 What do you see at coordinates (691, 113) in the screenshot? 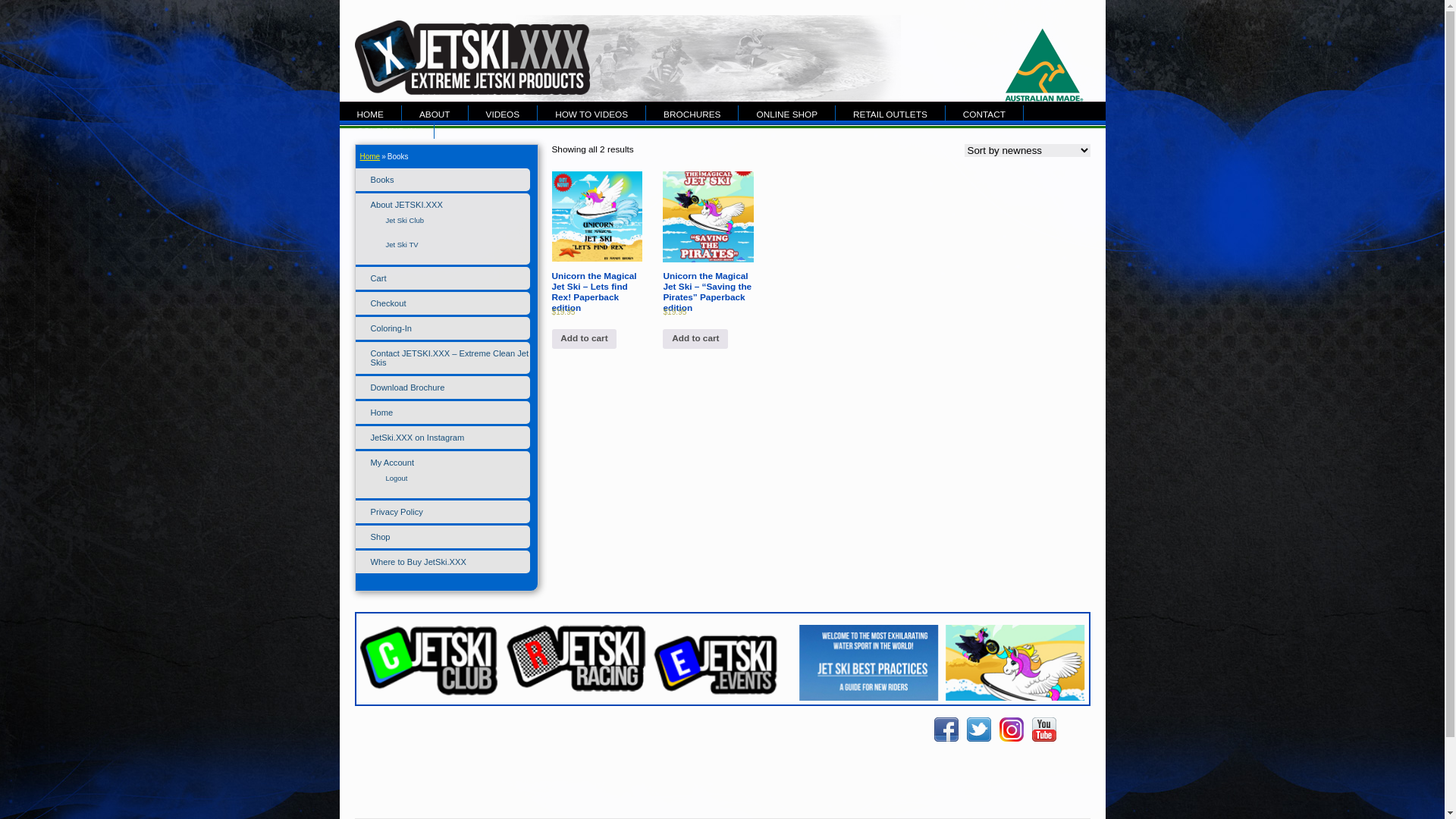
I see `'BROCHURES'` at bounding box center [691, 113].